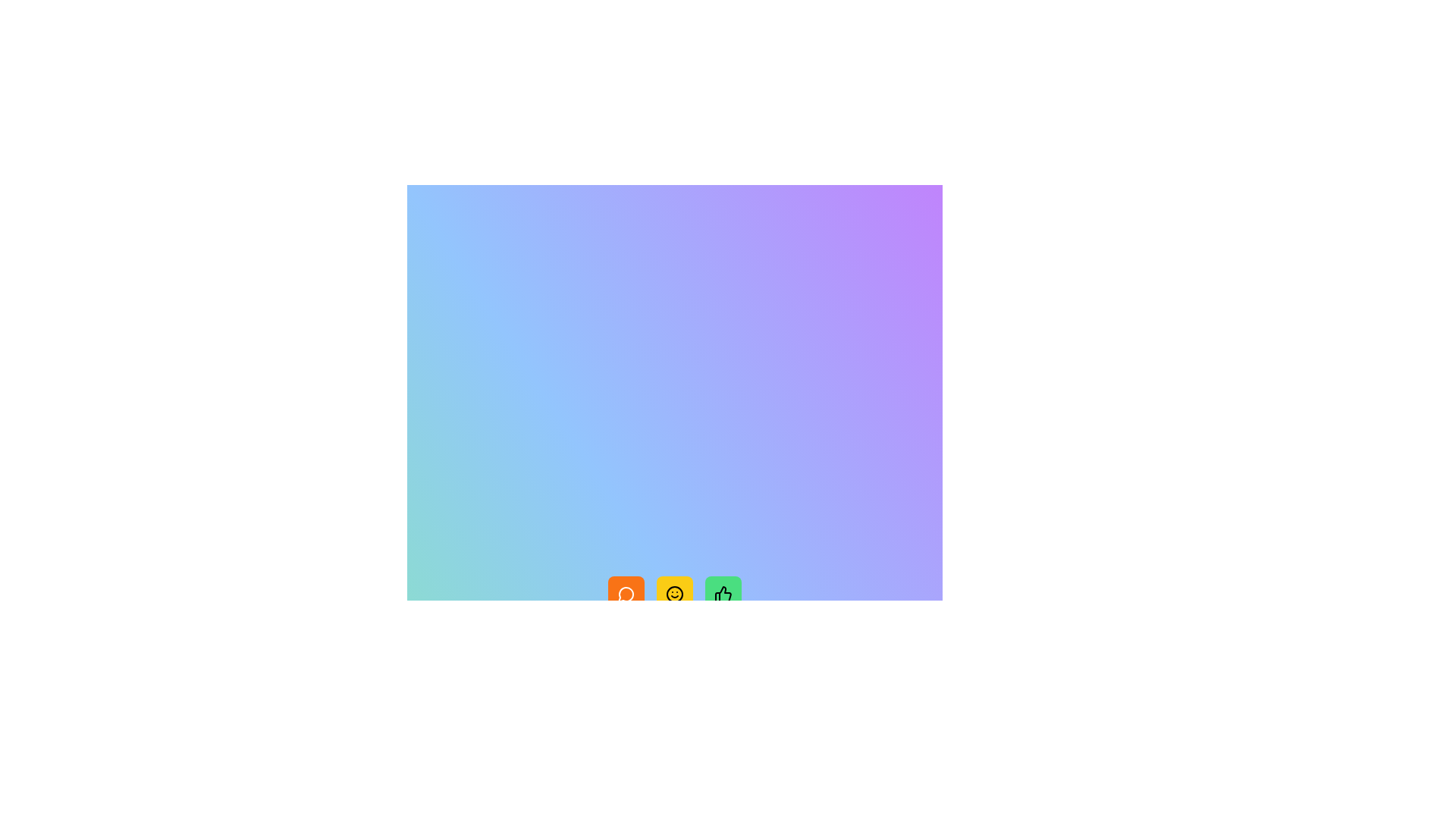 The image size is (1456, 819). Describe the element at coordinates (673, 593) in the screenshot. I see `the middle yellow button with a smiley face icon` at that location.